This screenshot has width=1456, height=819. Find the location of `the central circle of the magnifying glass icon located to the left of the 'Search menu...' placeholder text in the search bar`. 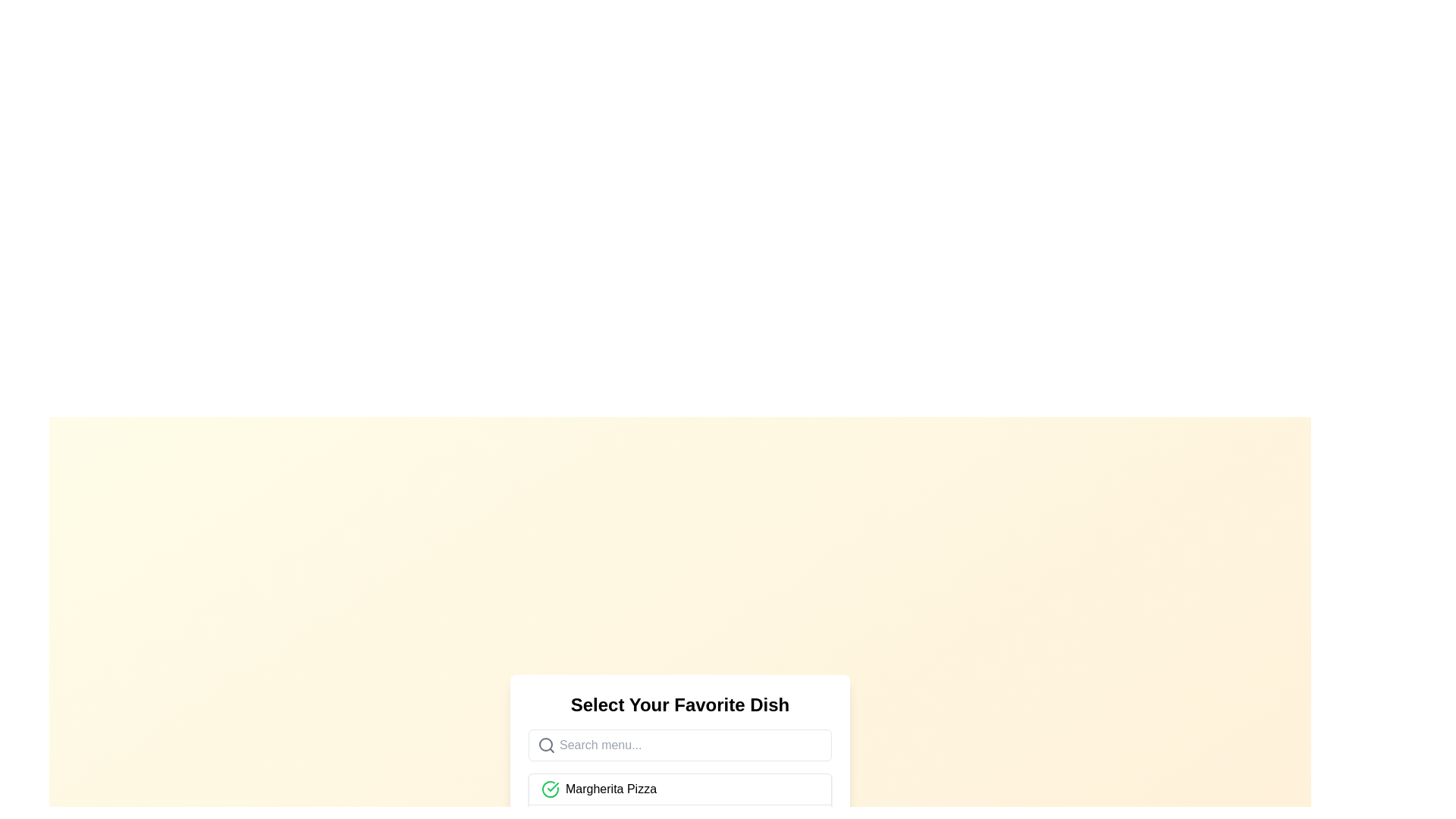

the central circle of the magnifying glass icon located to the left of the 'Search menu...' placeholder text in the search bar is located at coordinates (546, 743).